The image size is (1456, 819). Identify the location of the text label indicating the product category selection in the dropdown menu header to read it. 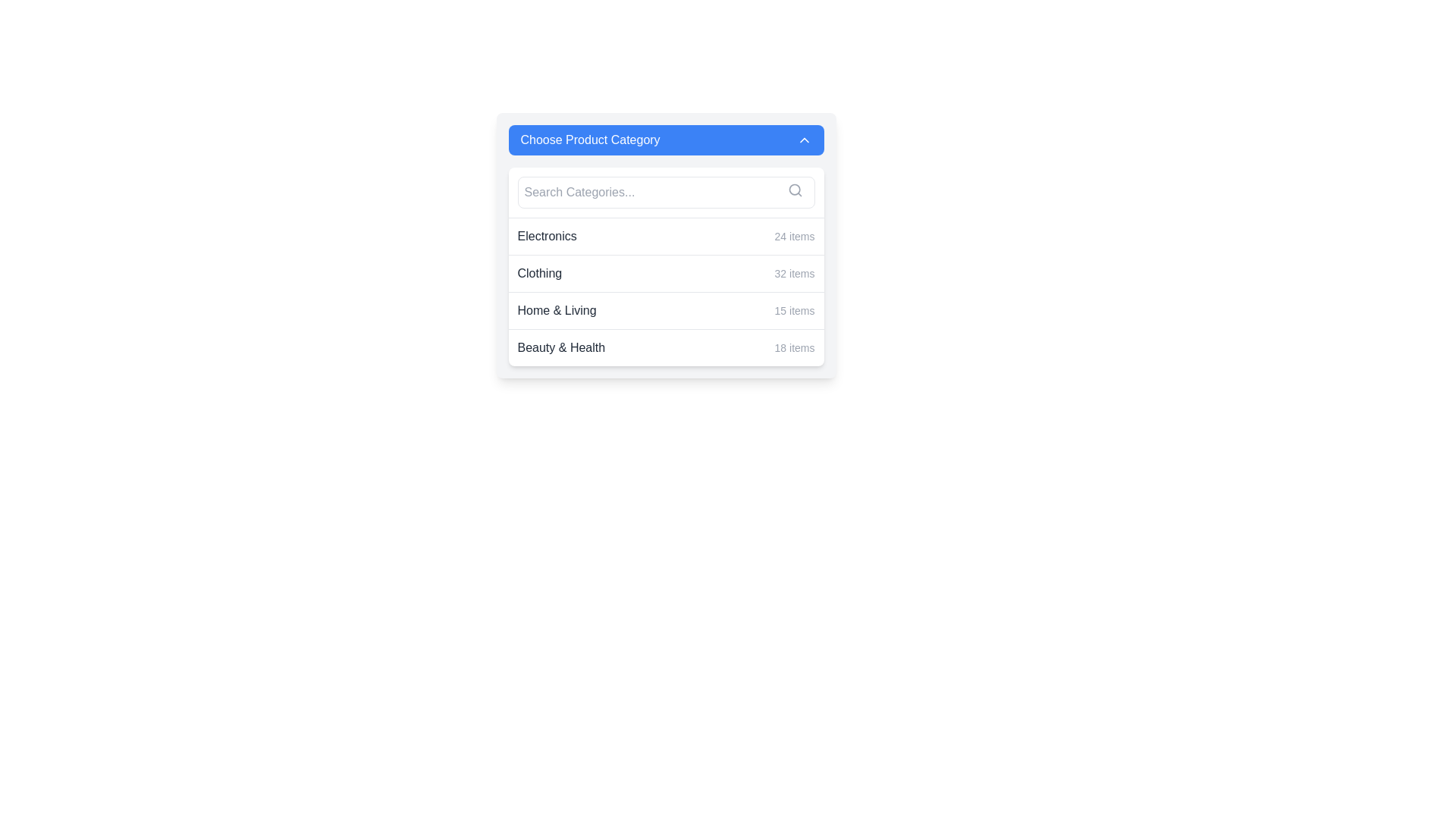
(589, 140).